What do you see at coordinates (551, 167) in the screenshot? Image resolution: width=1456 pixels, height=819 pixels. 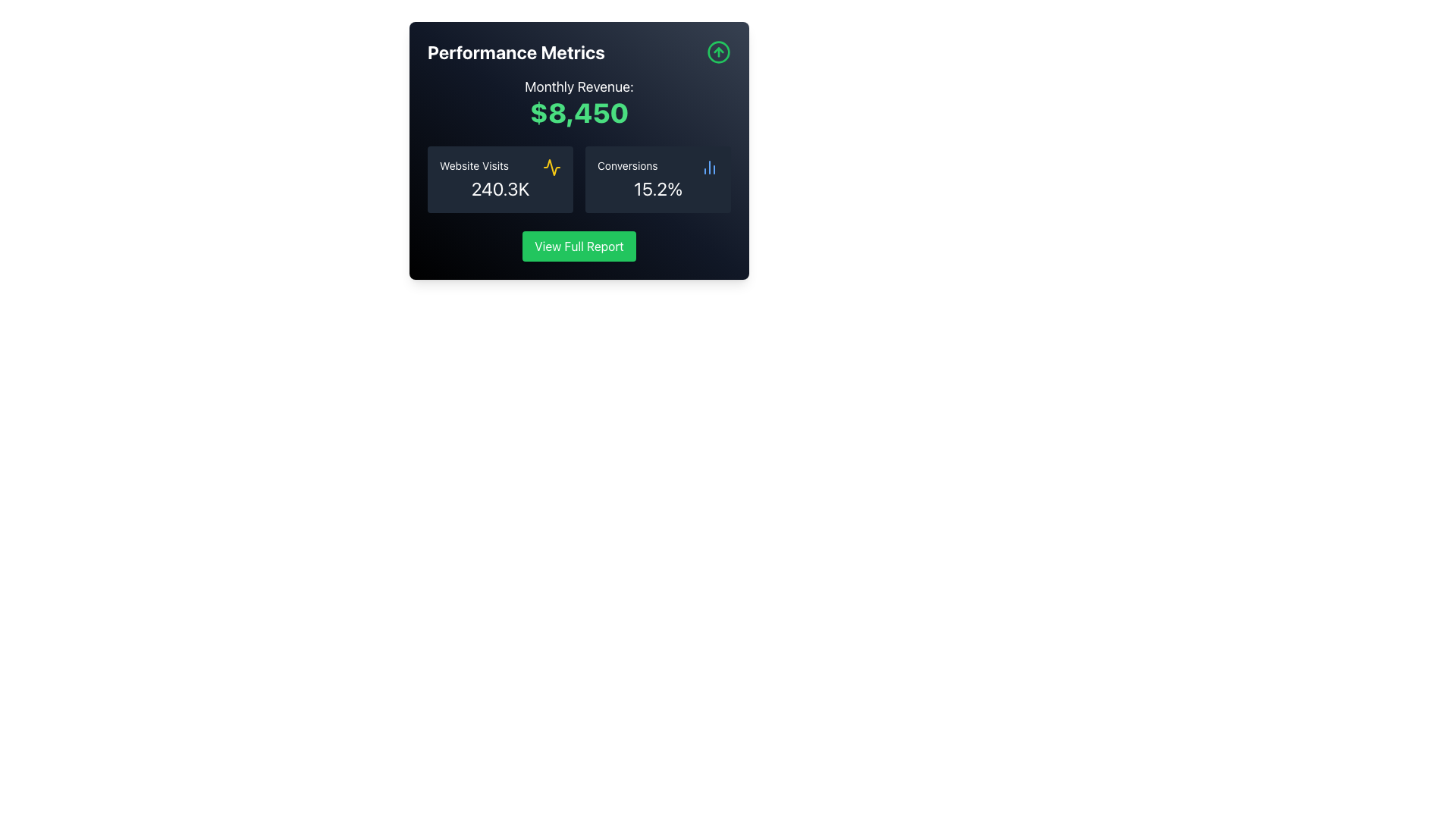 I see `the icon representing website traffic, located to the right of 'Website Visits' text` at bounding box center [551, 167].